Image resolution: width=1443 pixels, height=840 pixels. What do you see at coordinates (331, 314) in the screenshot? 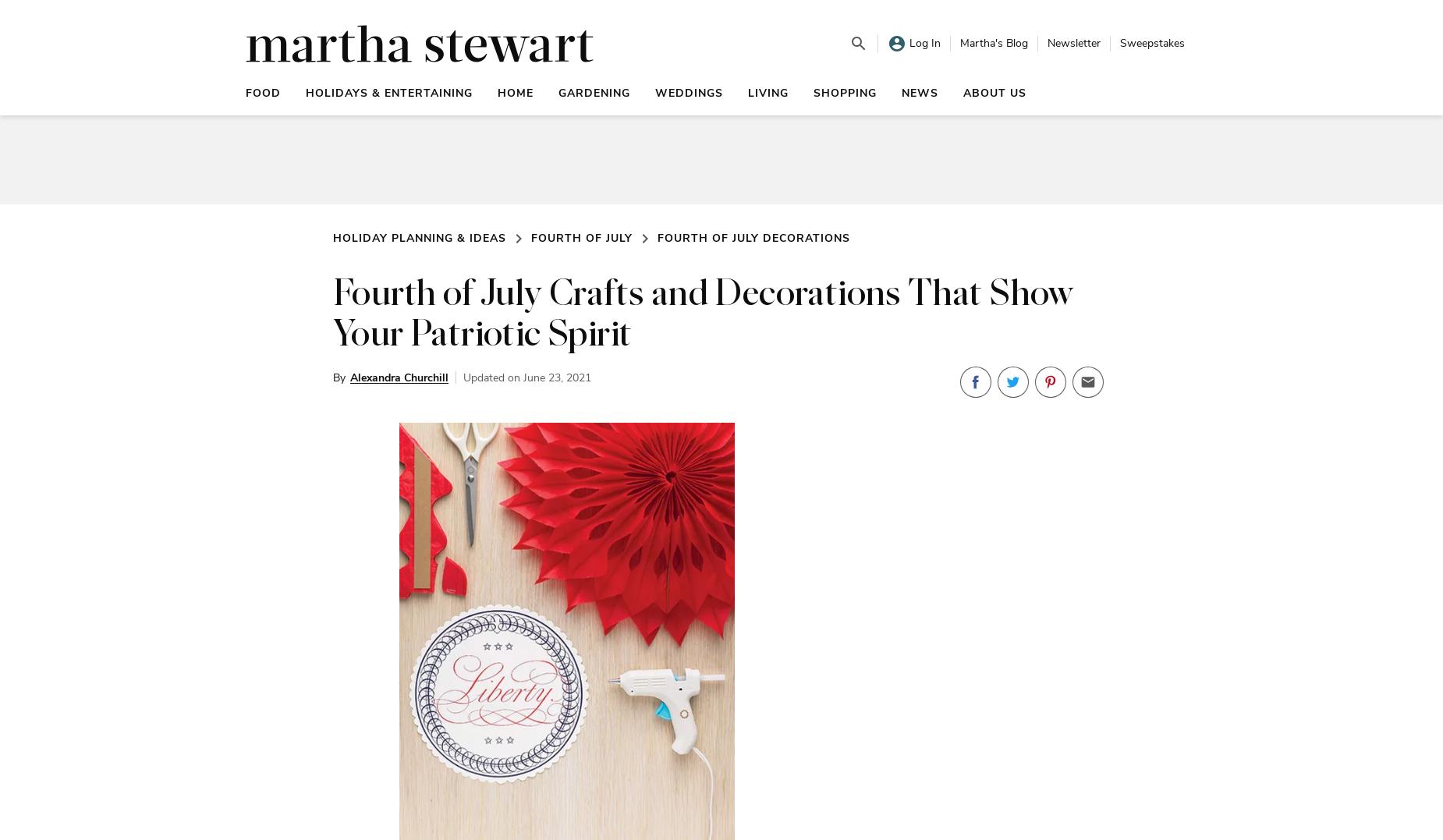
I see `'Fourth of July Crafts and Decorations That Show Your Patriotic Spirit'` at bounding box center [331, 314].